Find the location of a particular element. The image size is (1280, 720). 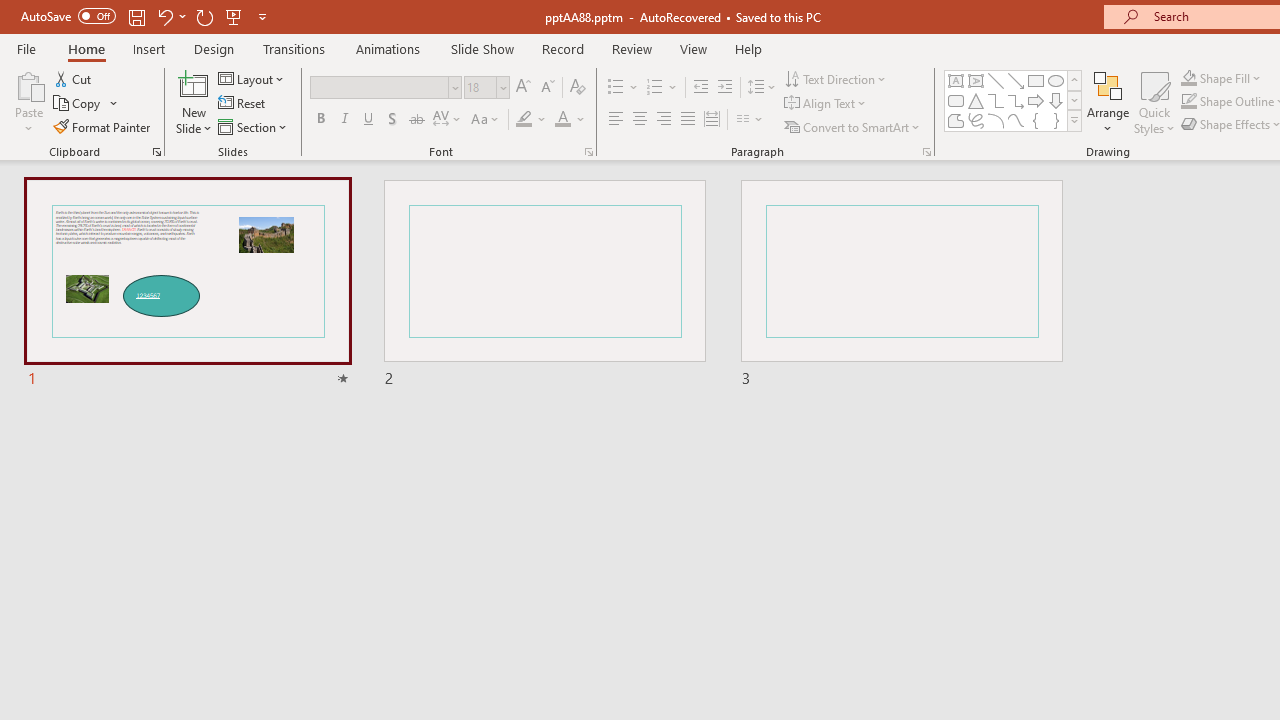

'Shape Outline Teal, Accent 1' is located at coordinates (1189, 101).